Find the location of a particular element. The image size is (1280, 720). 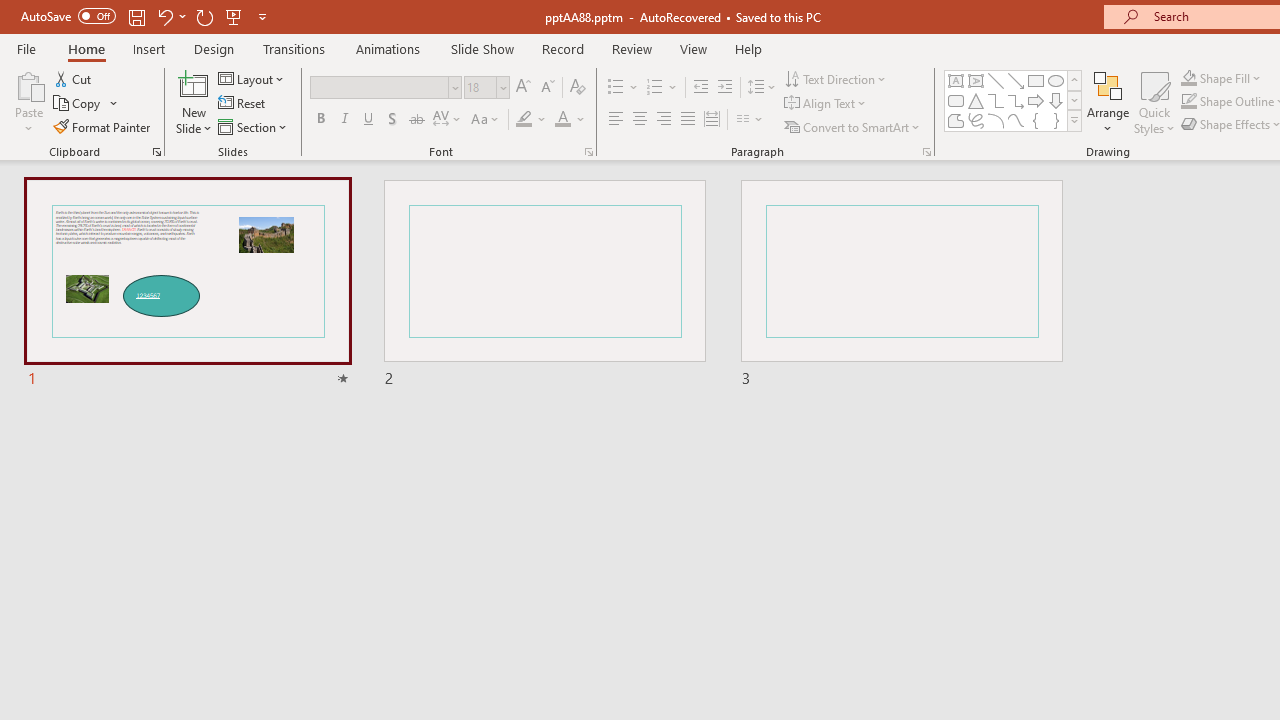

'Shape Outline Teal, Accent 1' is located at coordinates (1189, 101).